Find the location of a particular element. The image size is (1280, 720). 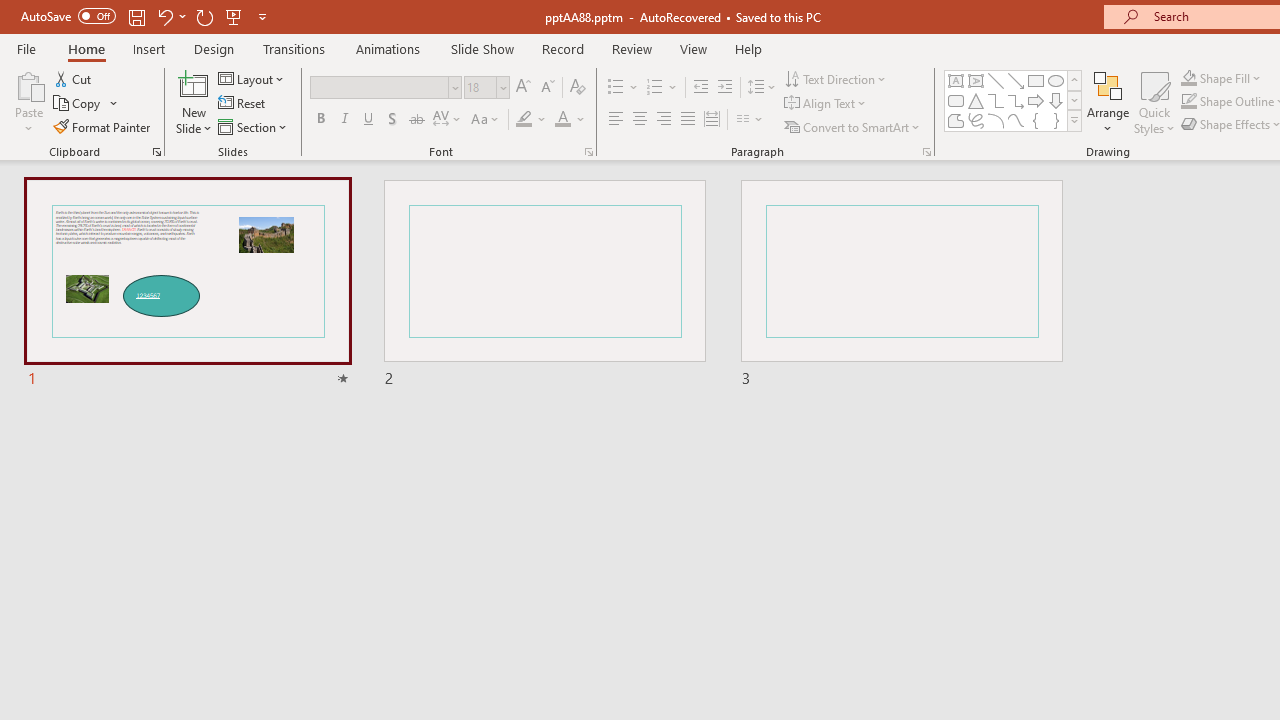

'Shape Outline Teal, Accent 1' is located at coordinates (1189, 101).